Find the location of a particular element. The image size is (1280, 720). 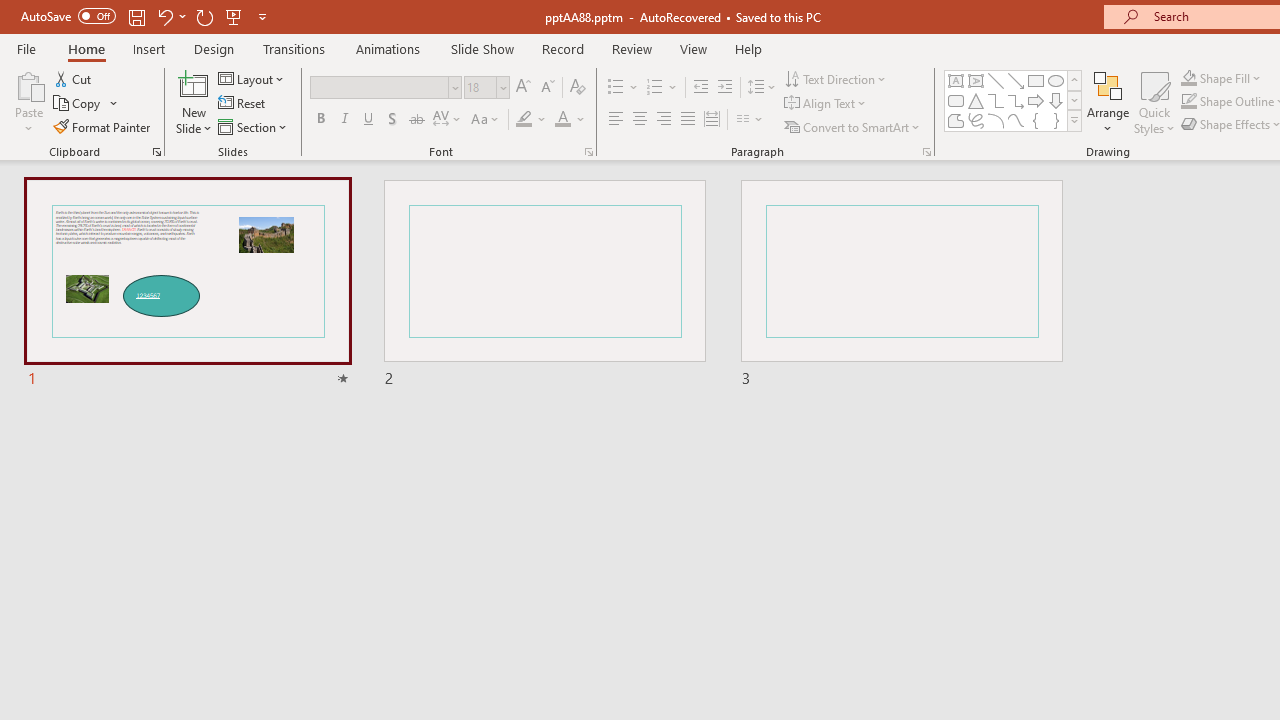

'Shape Outline Teal, Accent 1' is located at coordinates (1189, 101).